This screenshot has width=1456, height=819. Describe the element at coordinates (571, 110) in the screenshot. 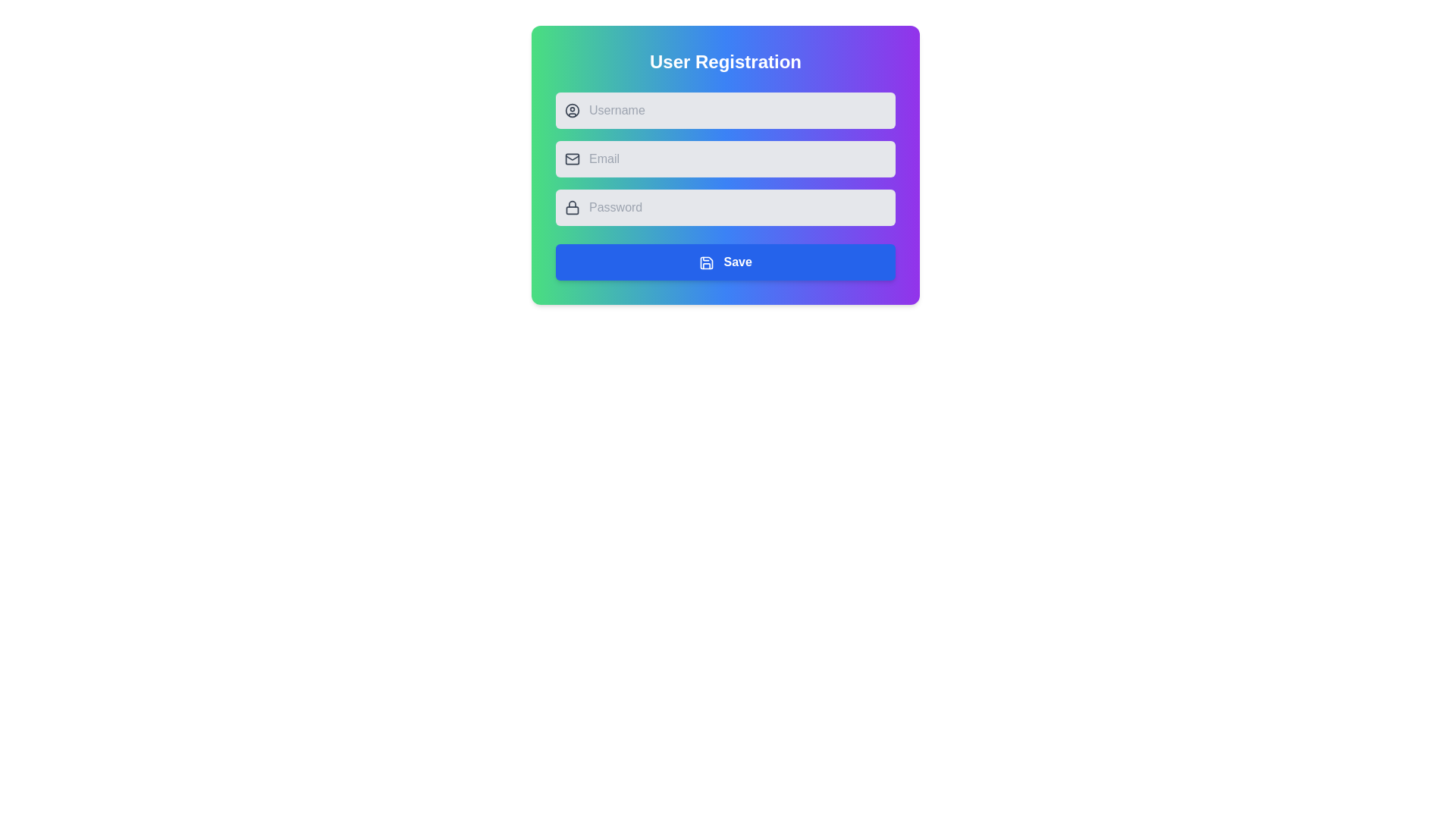

I see `the larger circle SVG graphic component that serves as a decorative visual cue next to the 'Username' input field in the user registration form` at that location.